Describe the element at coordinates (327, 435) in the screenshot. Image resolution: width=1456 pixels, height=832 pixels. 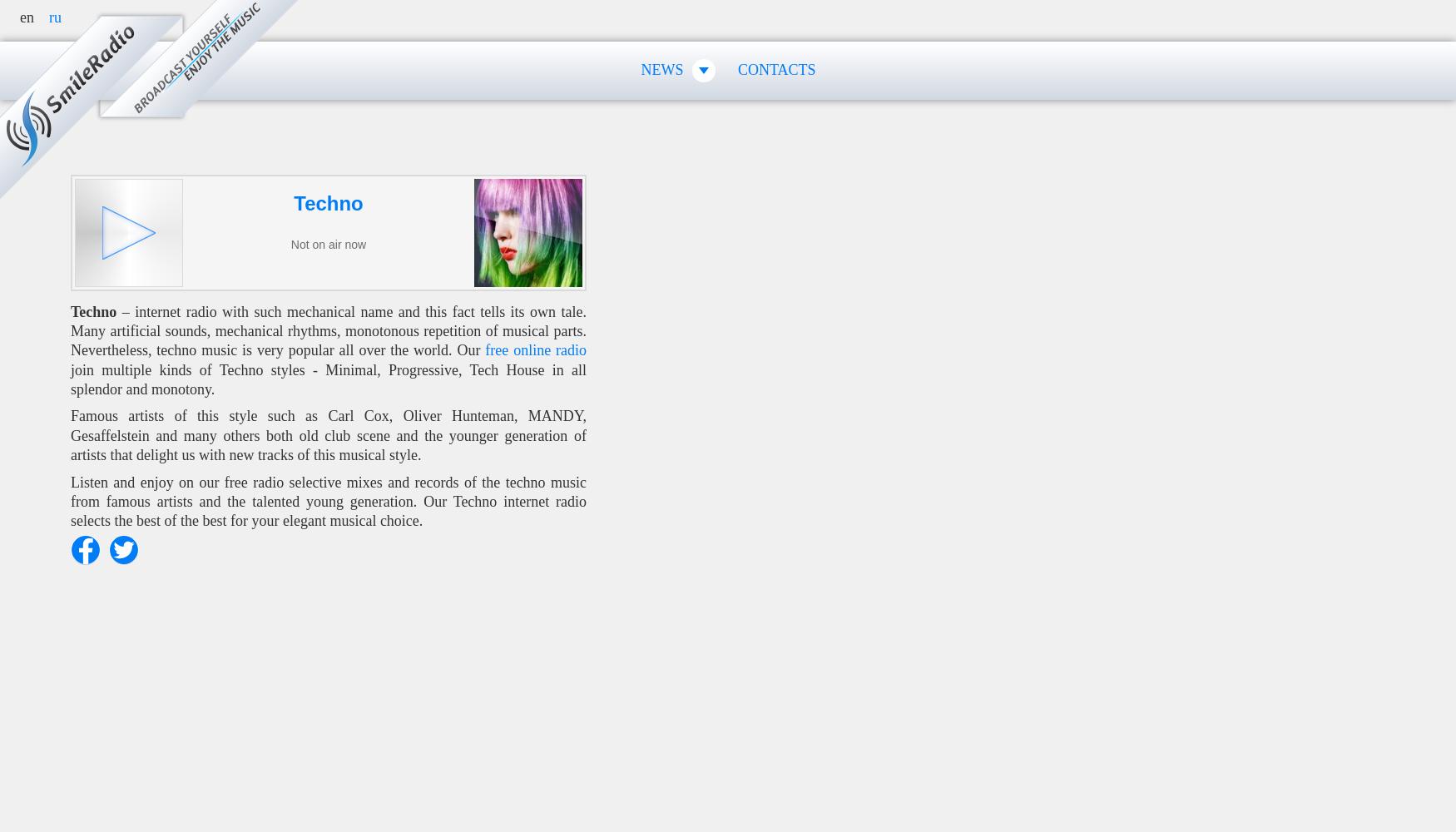
I see `'Famous artists of this style such as Carl Cox, Oliver Hunteman, MANDY, Gesaffelstein and many others both old club scene and the younger generation of artists that delight us with new tracks of this musical style.'` at that location.